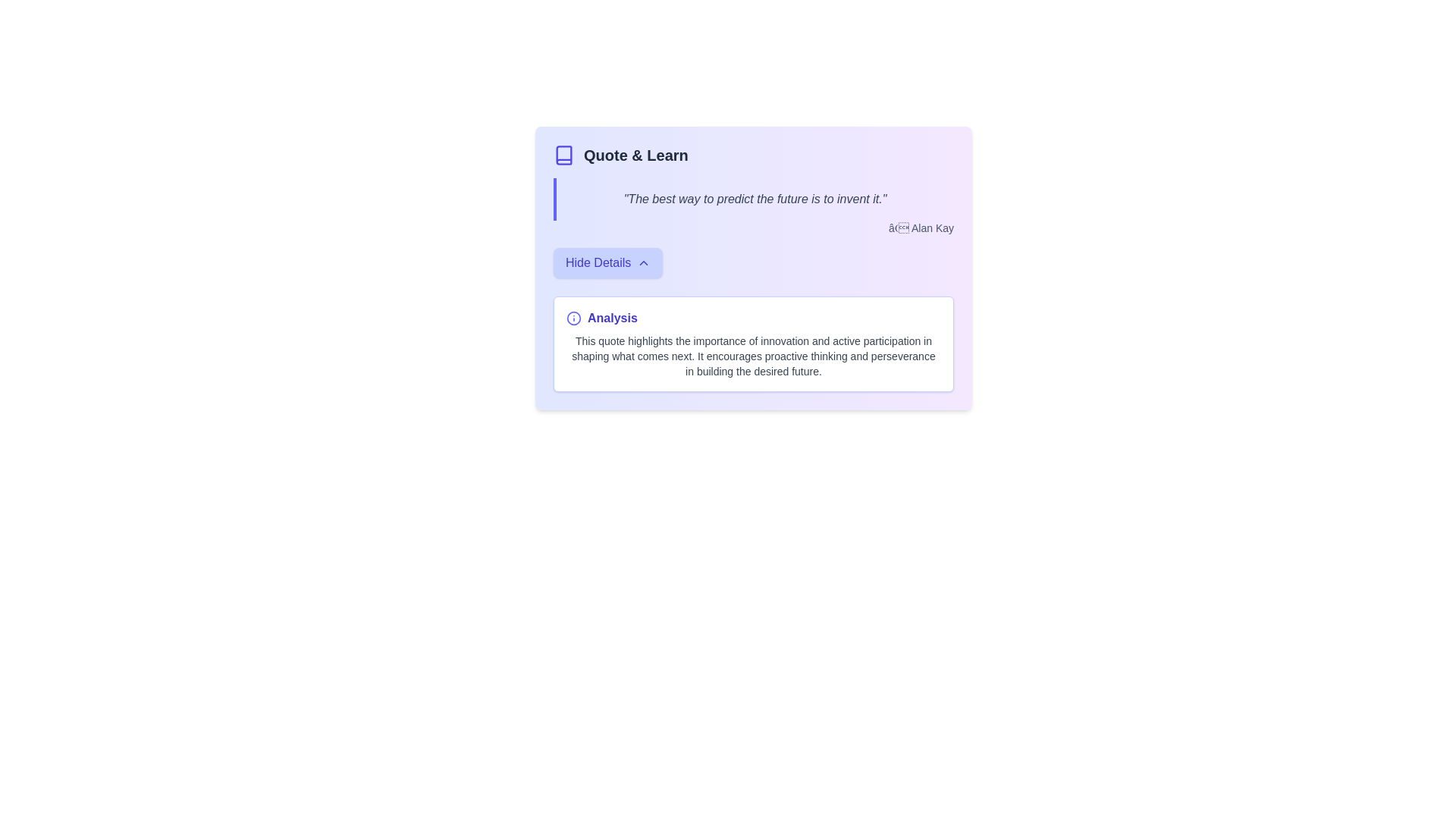  Describe the element at coordinates (563, 155) in the screenshot. I see `the SVG-based icon located to the left of the 'Quote & Learn' section header, which serves as a visual indicator for the section` at that location.